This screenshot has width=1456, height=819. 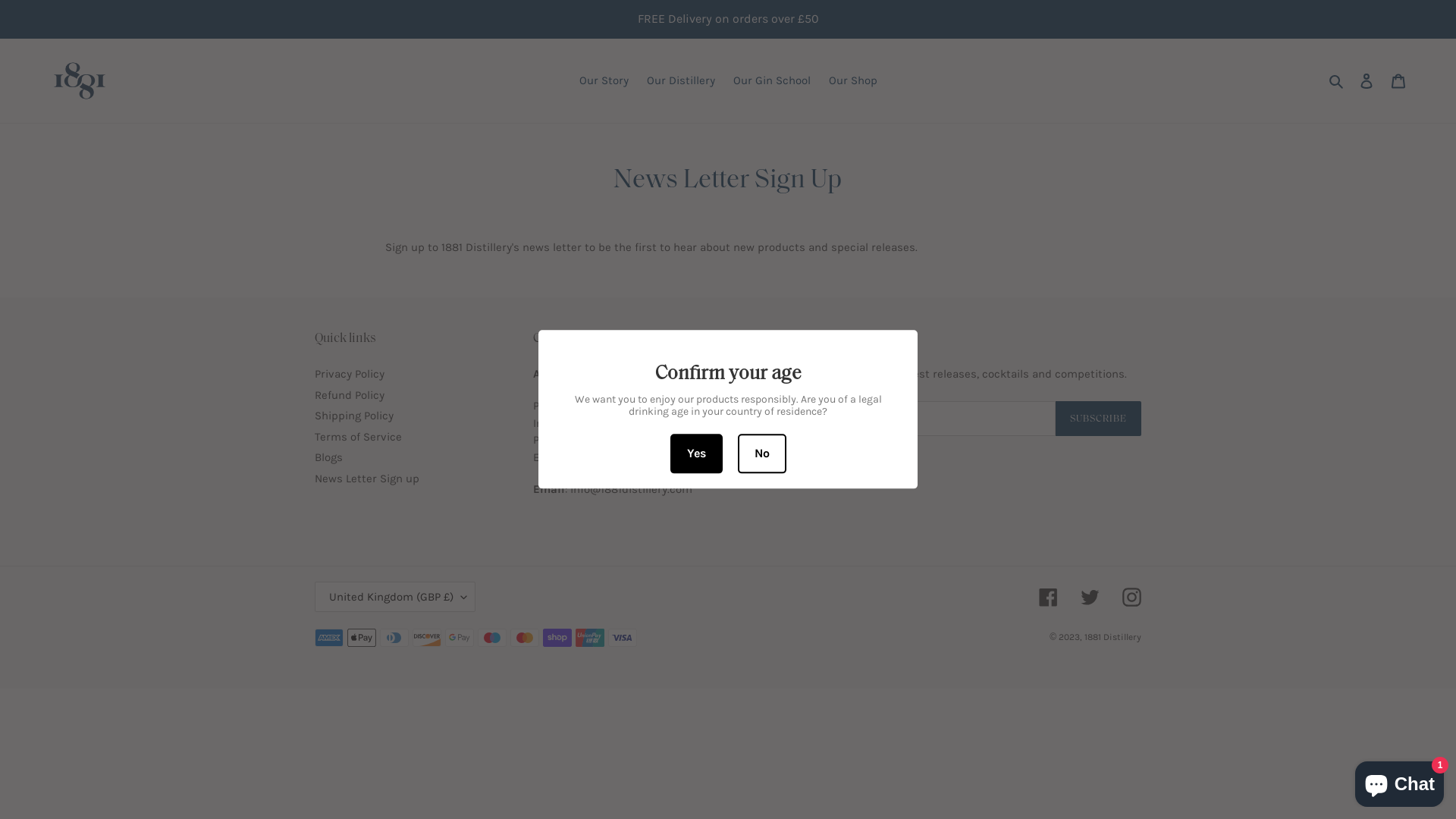 What do you see at coordinates (1397, 80) in the screenshot?
I see `'Cart'` at bounding box center [1397, 80].